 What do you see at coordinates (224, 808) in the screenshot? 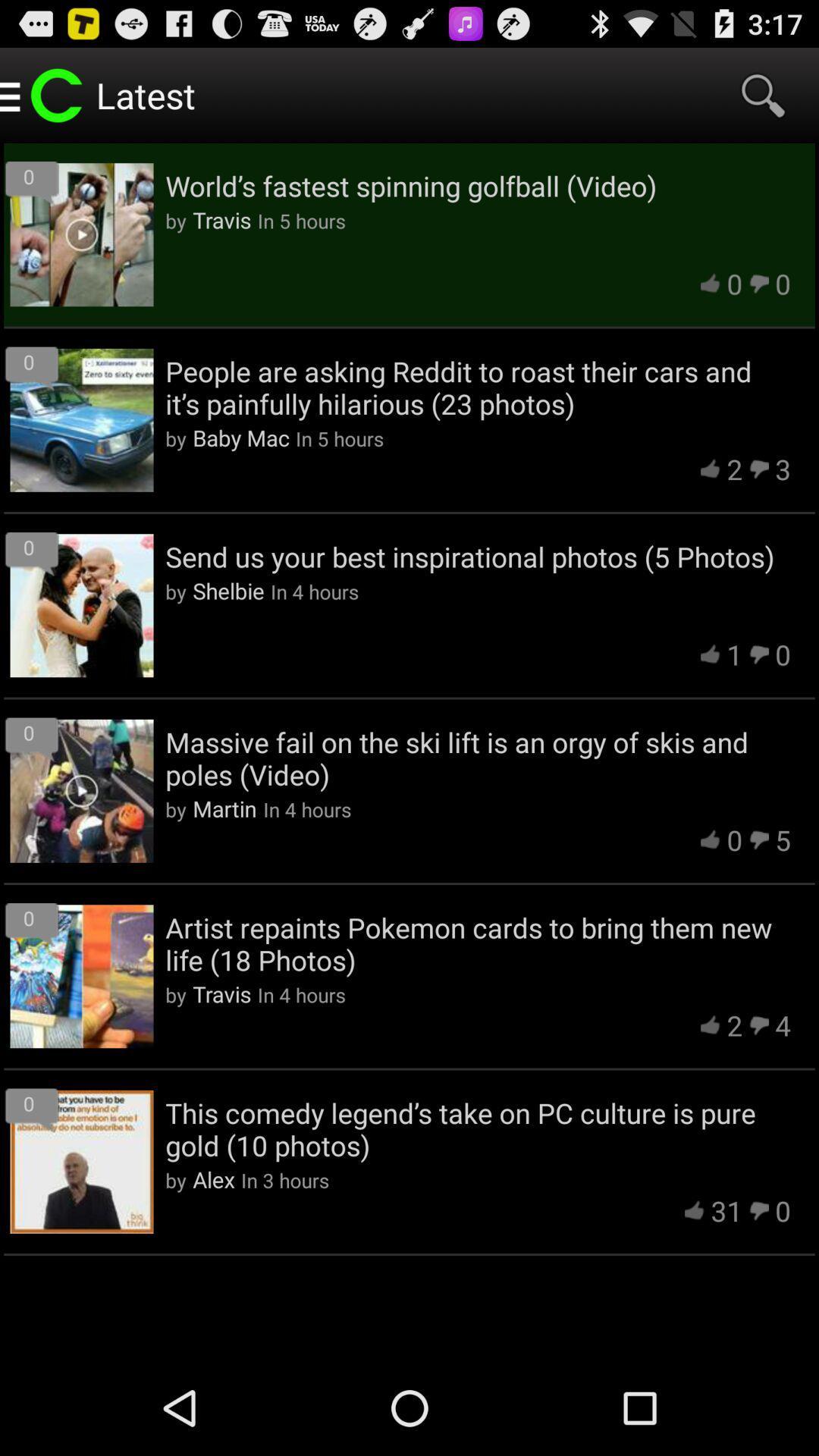
I see `the item next to in 4 hours item` at bounding box center [224, 808].